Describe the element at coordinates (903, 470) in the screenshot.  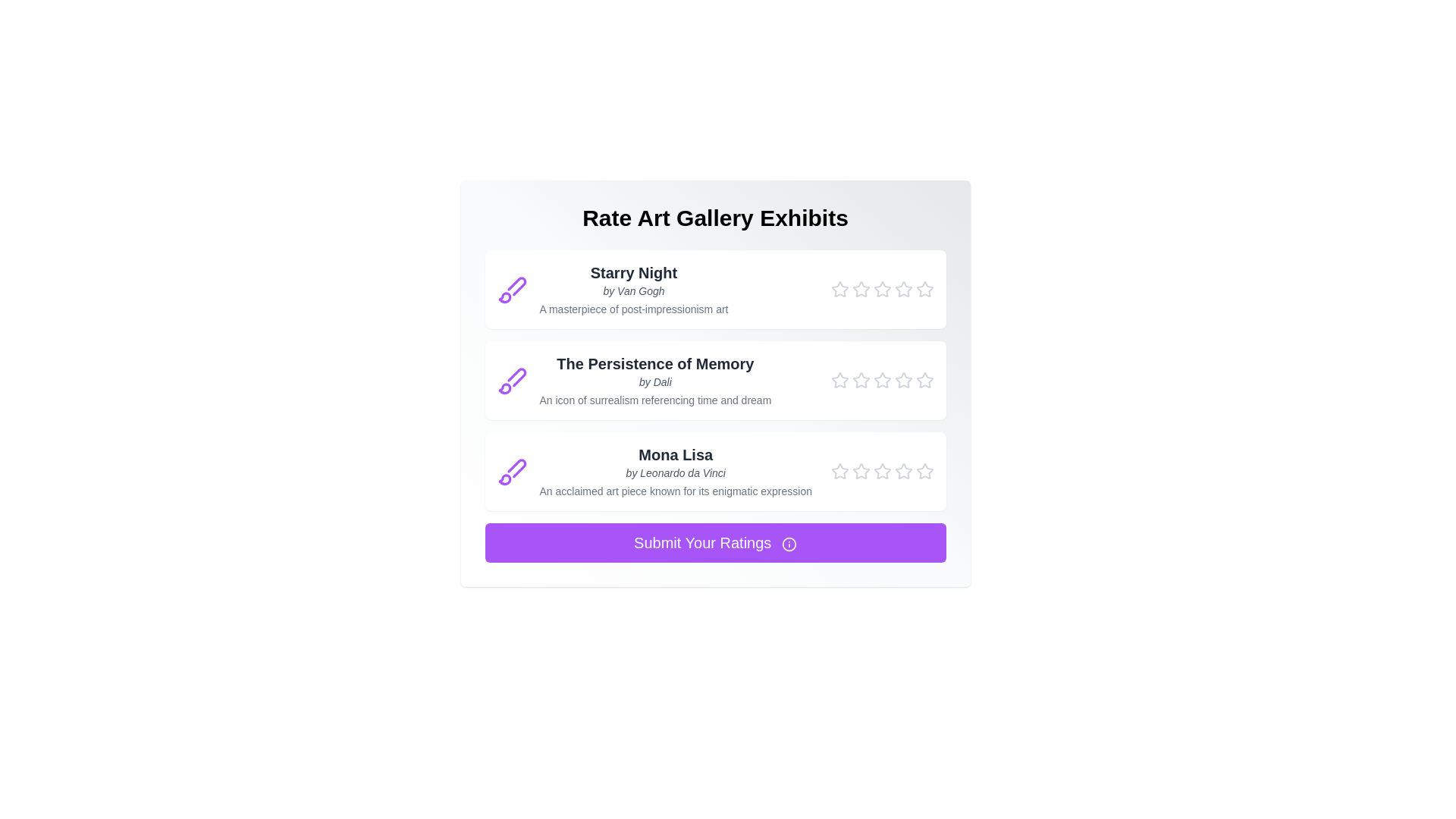
I see `the star corresponding to 4 for the painting titled Mona Lisa to set its rating` at that location.